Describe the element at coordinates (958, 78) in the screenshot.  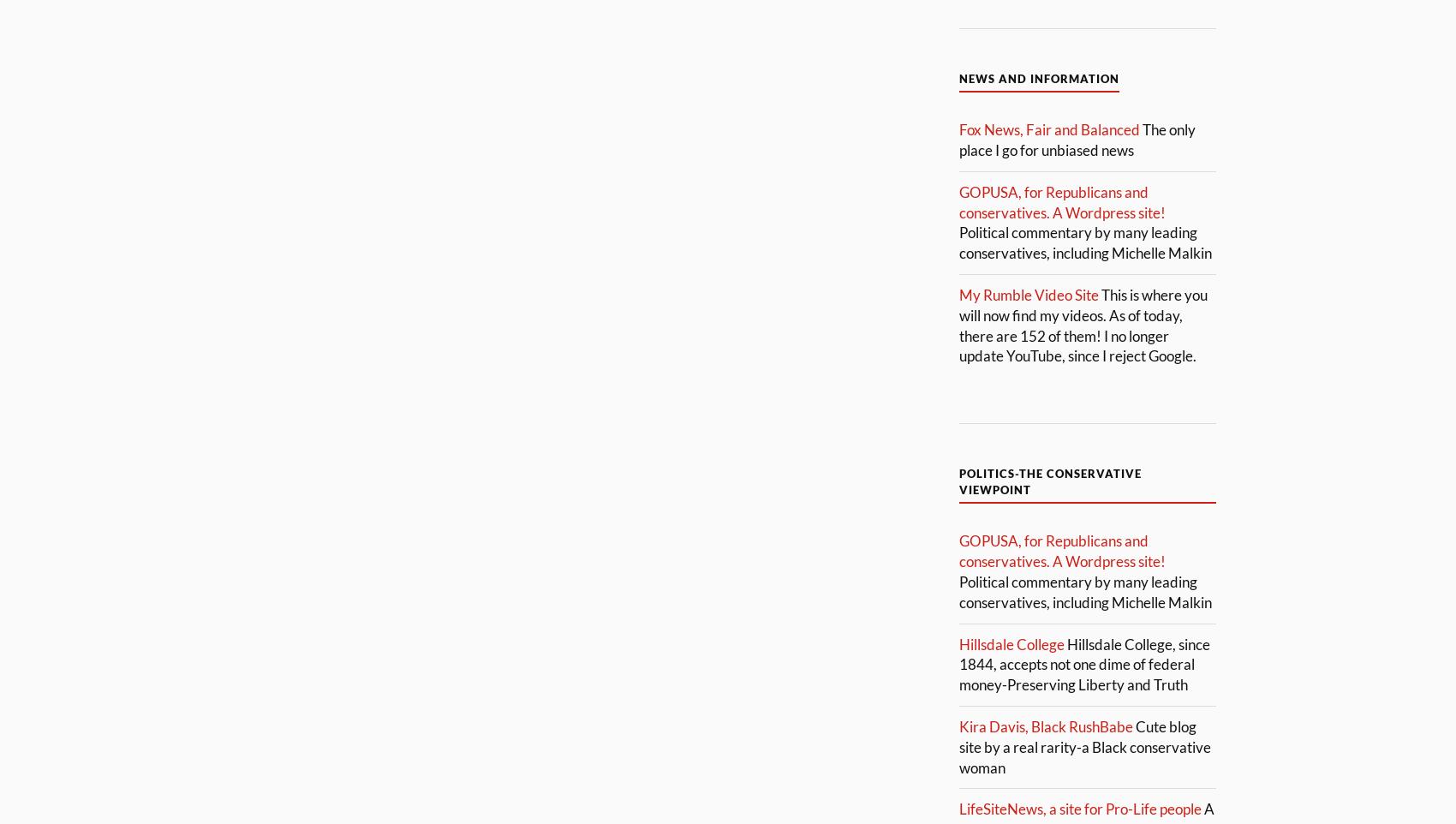
I see `'News and Information'` at that location.